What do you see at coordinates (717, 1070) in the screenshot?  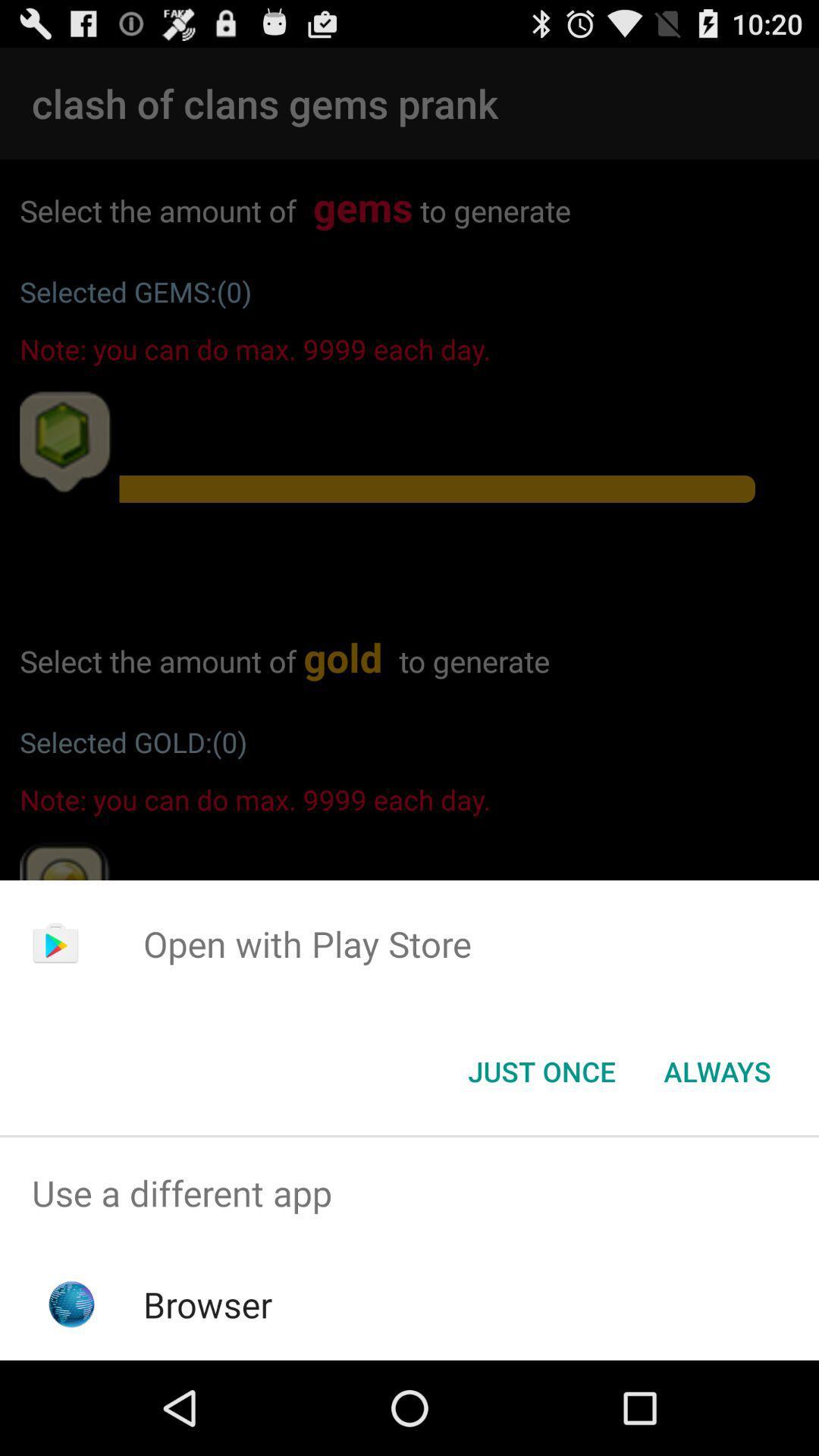 I see `the app below open with play icon` at bounding box center [717, 1070].